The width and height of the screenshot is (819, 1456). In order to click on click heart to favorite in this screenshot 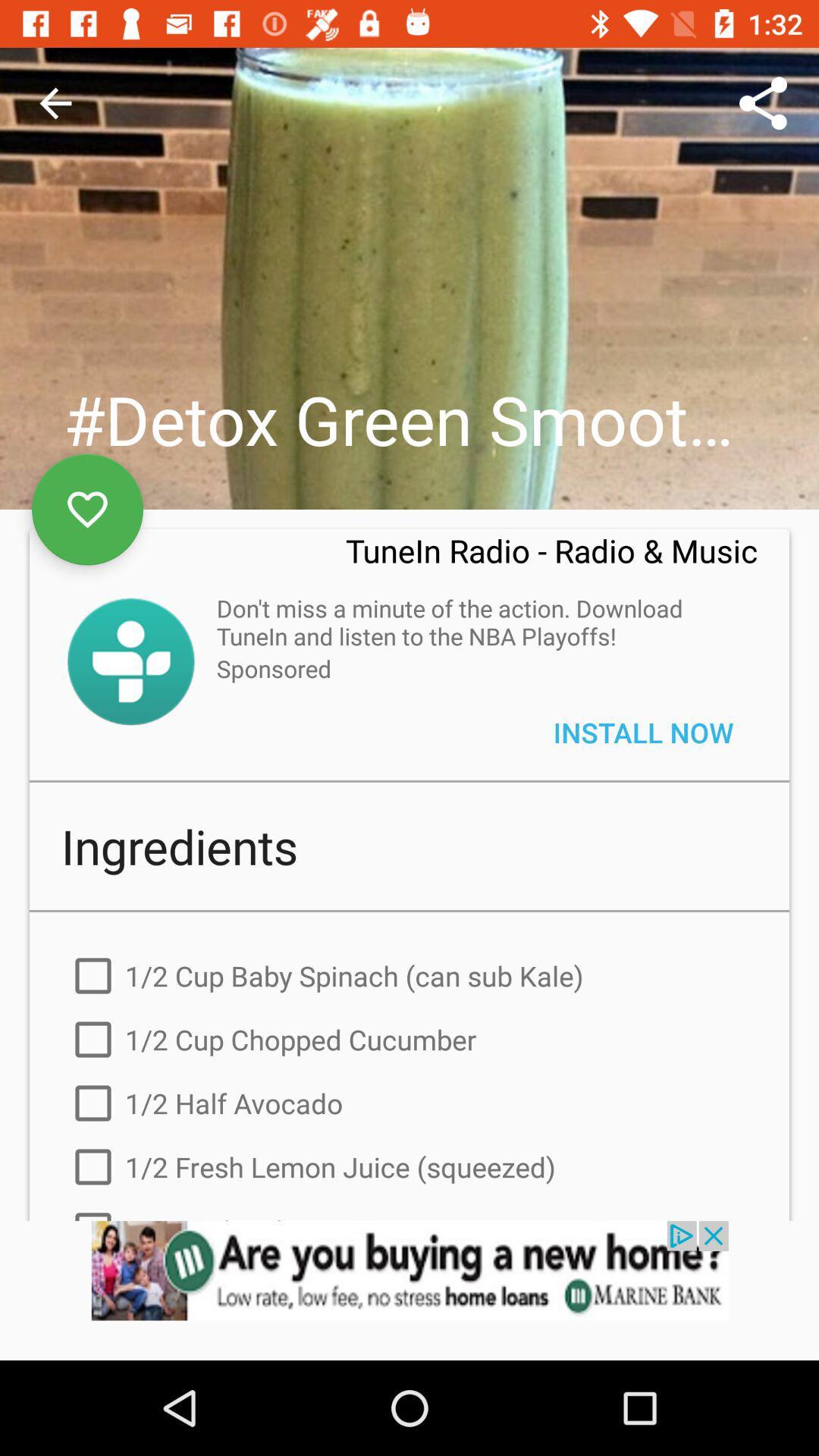, I will do `click(87, 510)`.